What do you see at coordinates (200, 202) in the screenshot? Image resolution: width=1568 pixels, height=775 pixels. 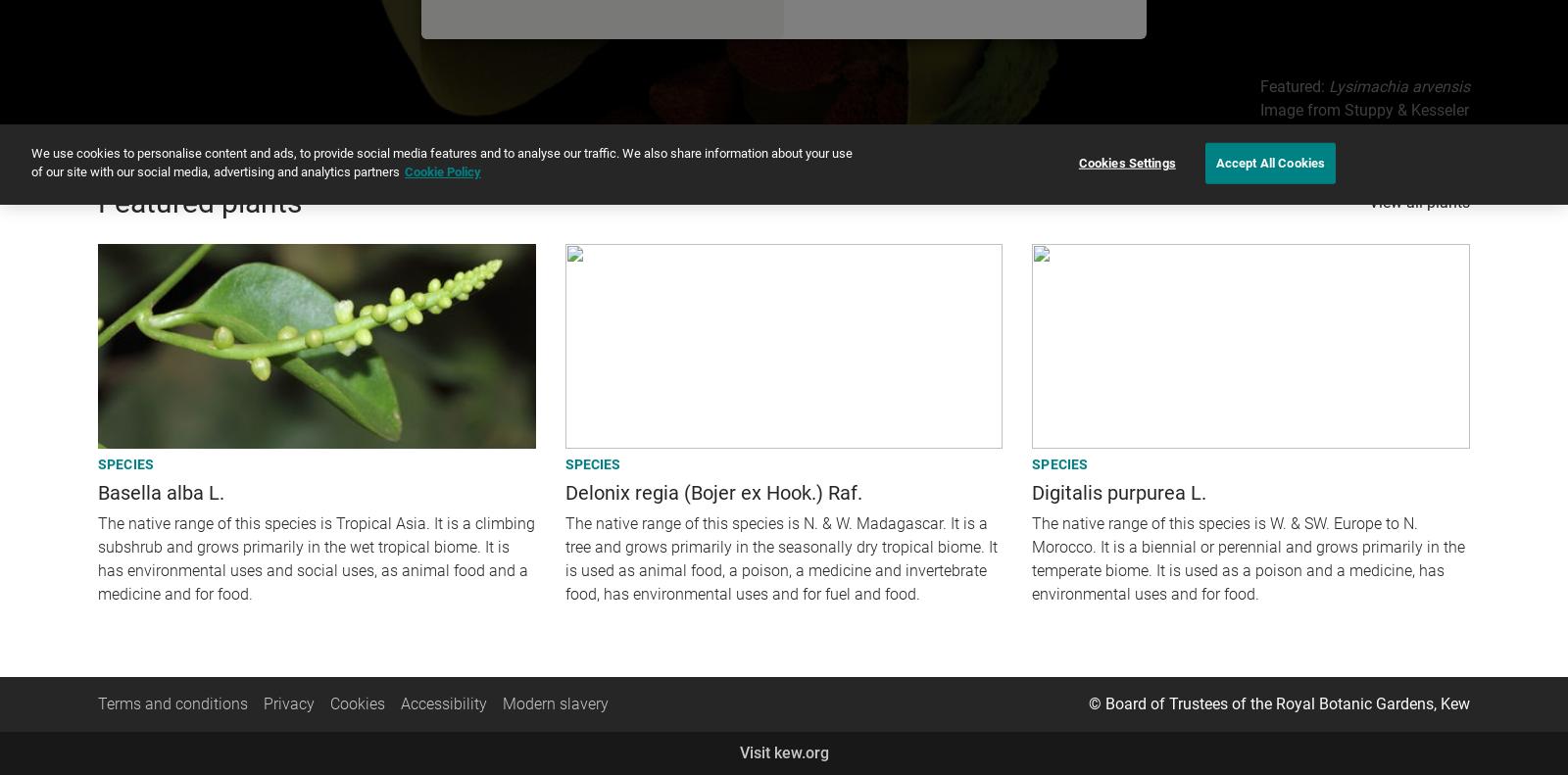 I see `'Featured plants'` at bounding box center [200, 202].